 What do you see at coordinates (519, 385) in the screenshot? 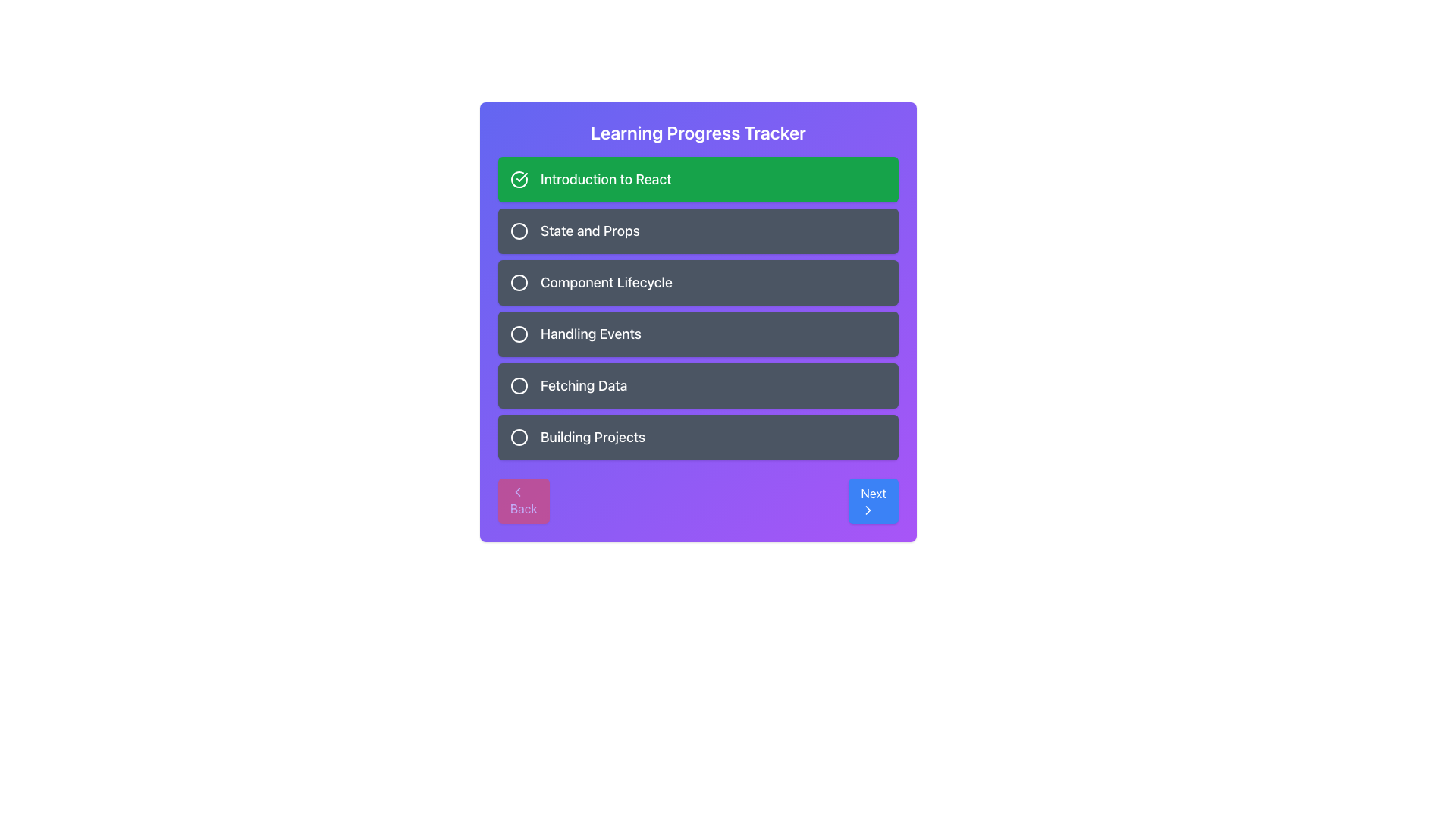
I see `the Circular Indicator (SVG Element) that marks the fourth item in the learning progress tracker checklist, which is positioned to the left of the 'Fetching Data' text` at bounding box center [519, 385].